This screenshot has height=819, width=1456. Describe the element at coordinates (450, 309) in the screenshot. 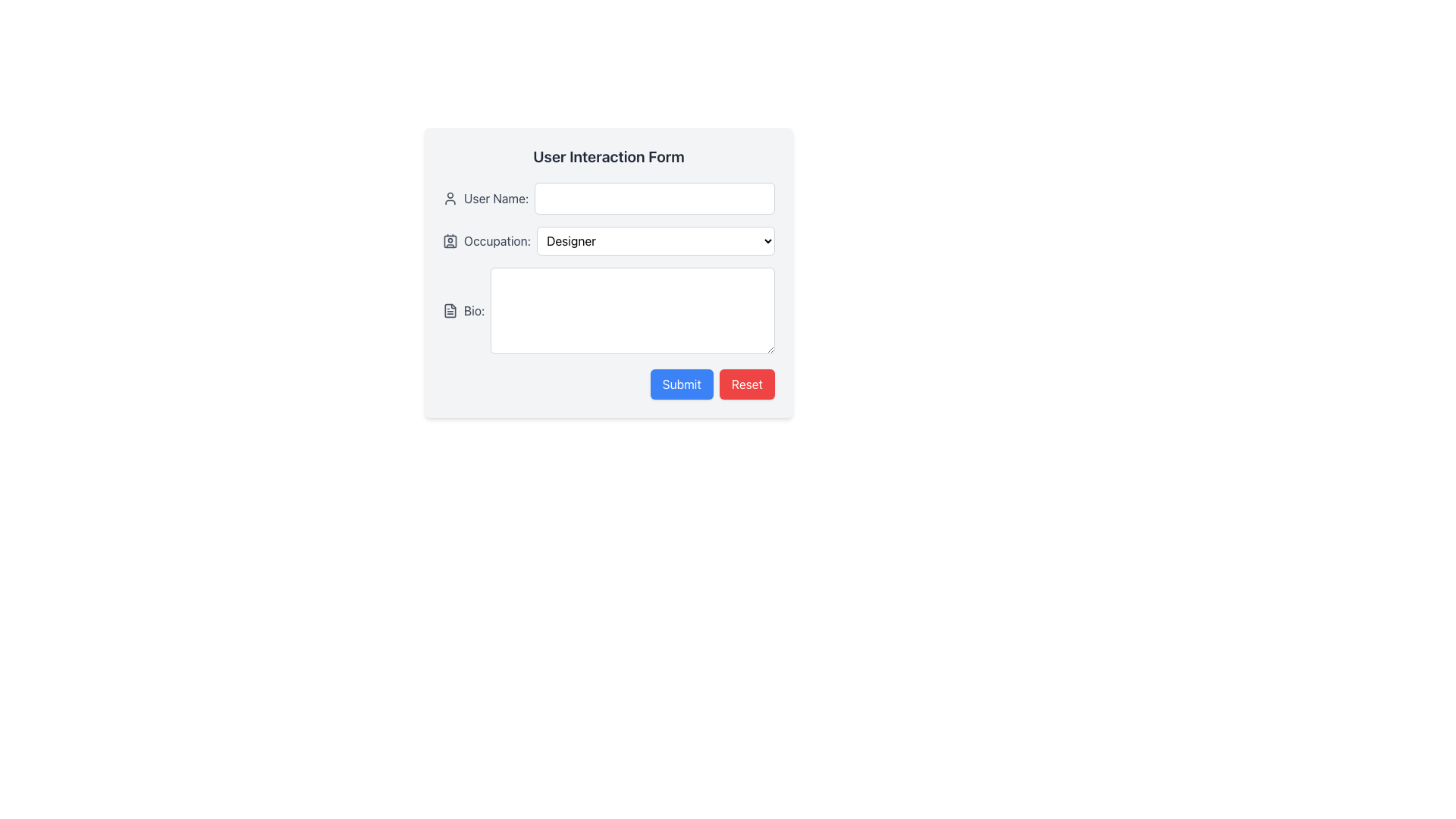

I see `the icon that serves as a visual indicator for the 'Bio:' field, located to the left of the 'Bio:' label and above the text area input field` at that location.